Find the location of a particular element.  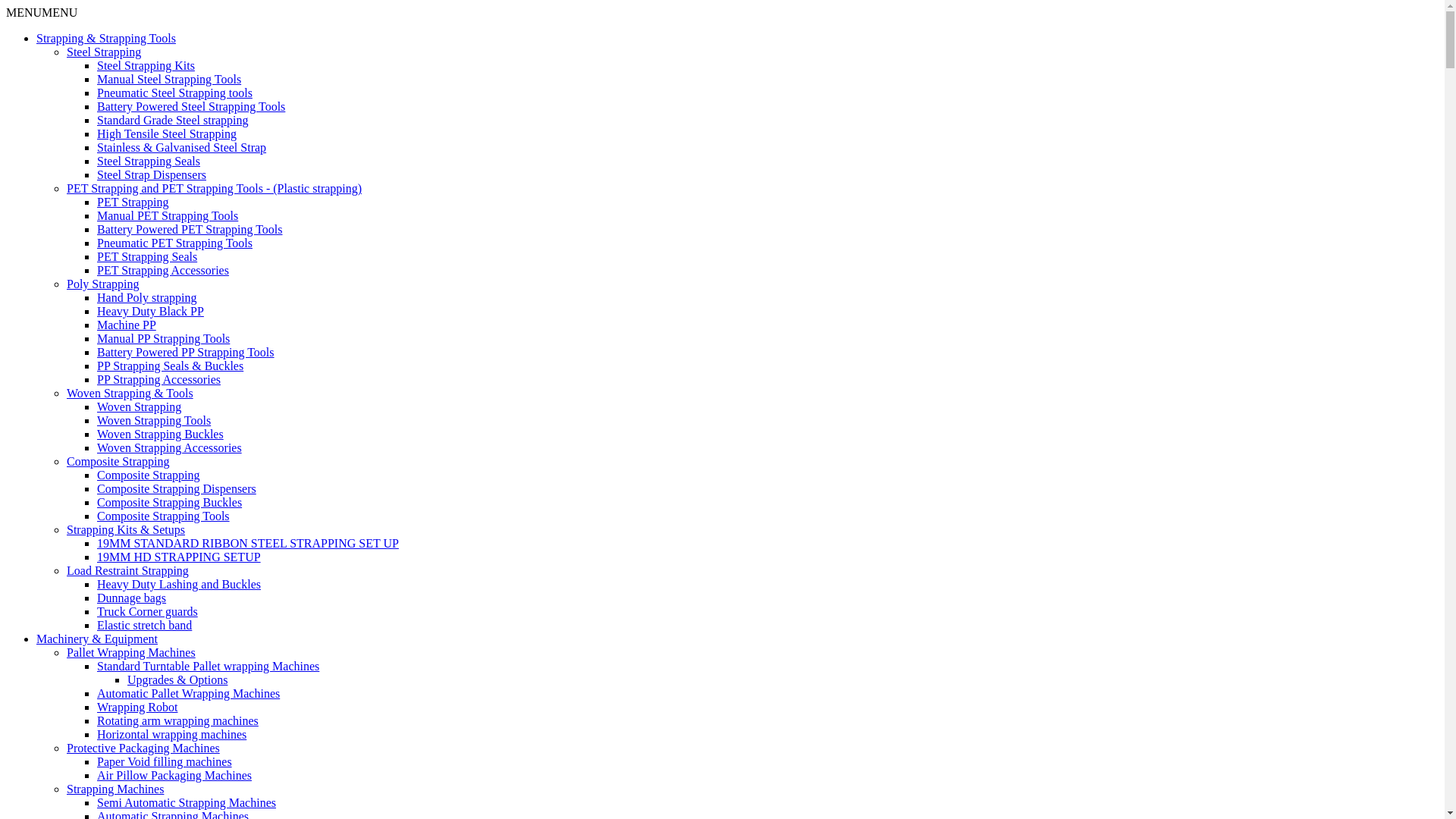

'Composite Strapping Buckles' is located at coordinates (169, 502).